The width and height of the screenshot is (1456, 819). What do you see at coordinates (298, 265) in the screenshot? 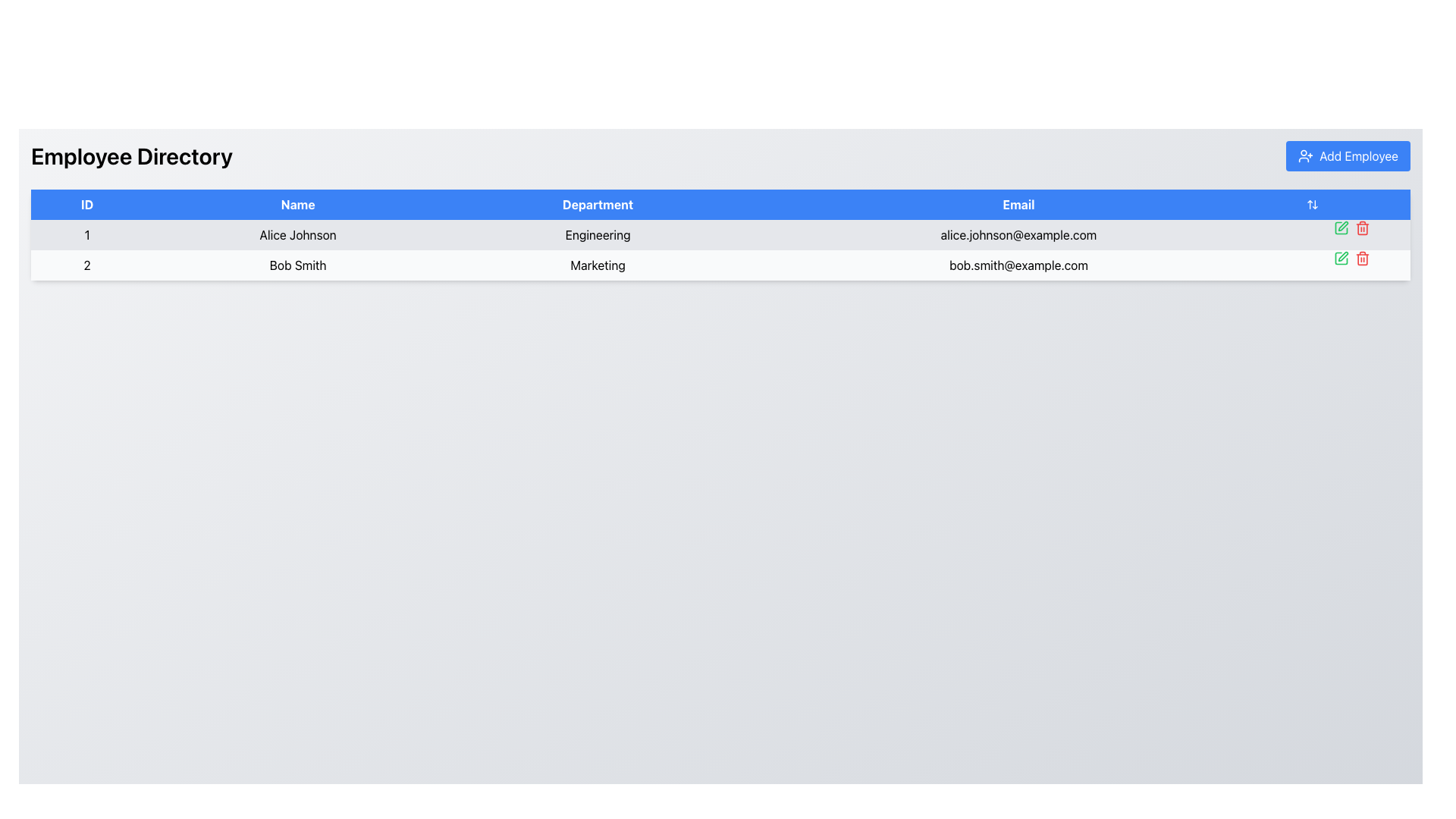
I see `the text label displaying 'Bob Smith' in the second column of the second row of the employee data table` at bounding box center [298, 265].